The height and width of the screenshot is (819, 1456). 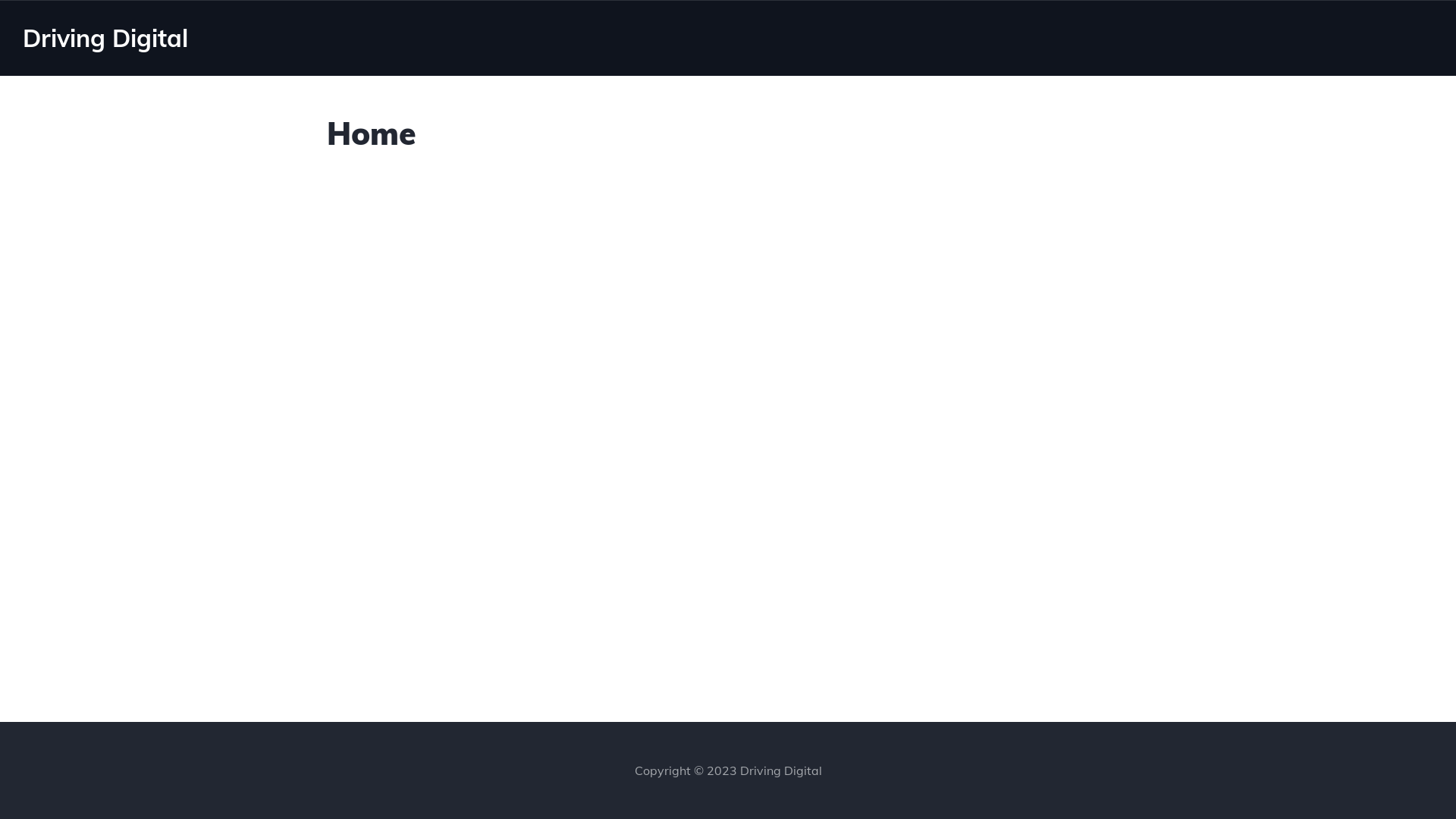 I want to click on 'Driving Digital', so click(x=22, y=37).